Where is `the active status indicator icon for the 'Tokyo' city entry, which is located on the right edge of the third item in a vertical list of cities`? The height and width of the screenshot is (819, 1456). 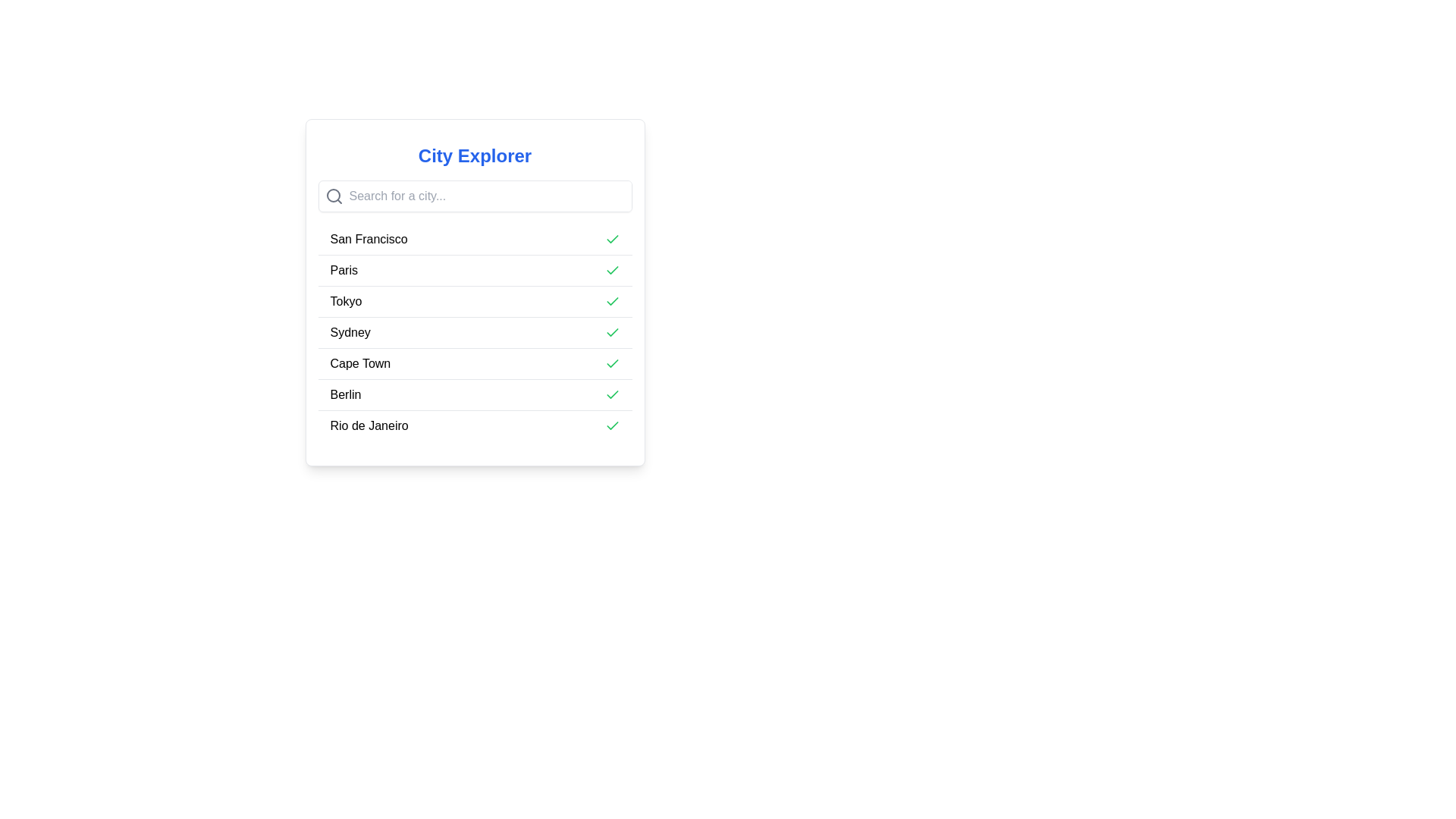 the active status indicator icon for the 'Tokyo' city entry, which is located on the right edge of the third item in a vertical list of cities is located at coordinates (612, 301).